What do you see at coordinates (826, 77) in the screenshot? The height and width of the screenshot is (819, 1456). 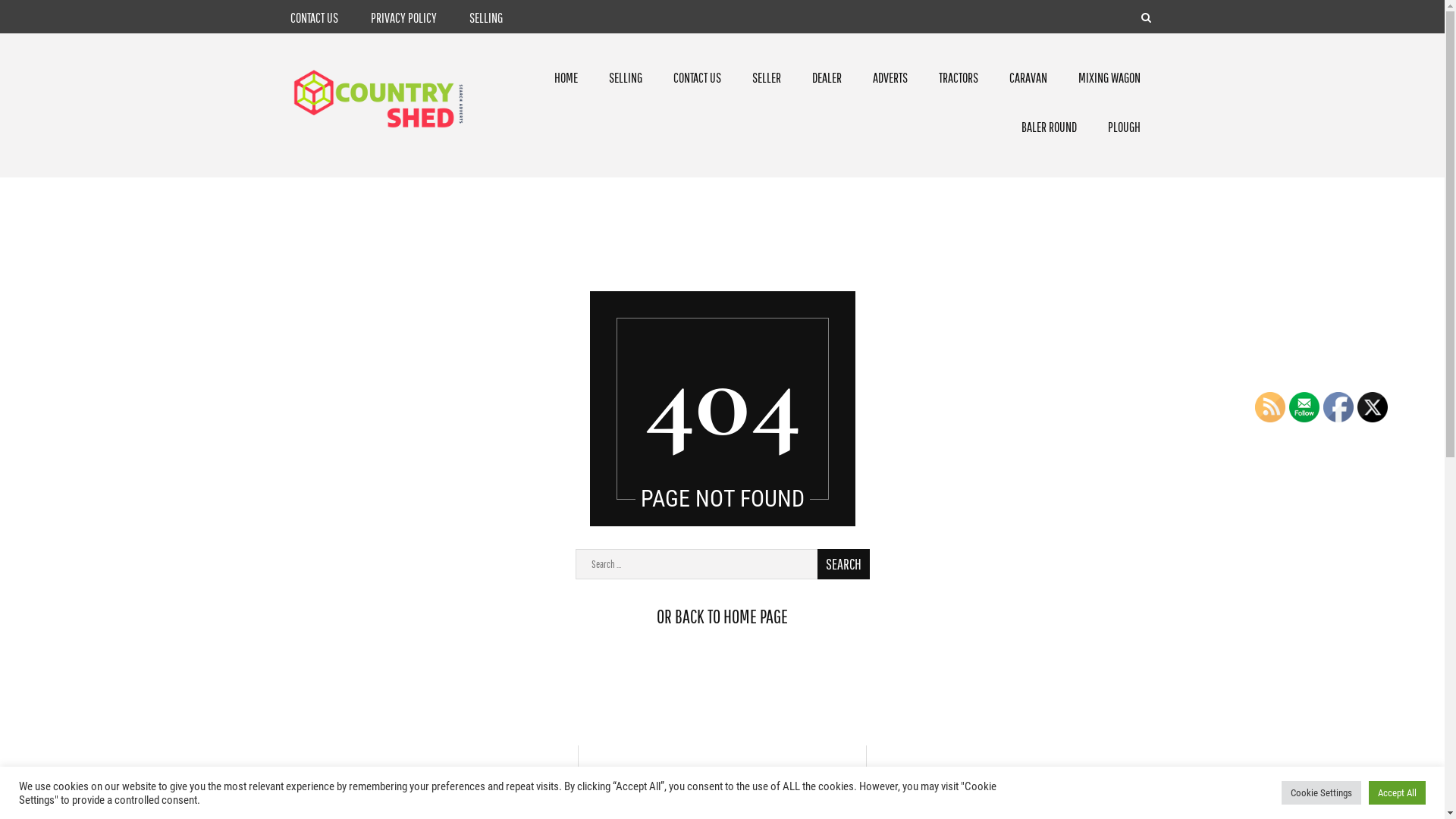 I see `'DEALER'` at bounding box center [826, 77].